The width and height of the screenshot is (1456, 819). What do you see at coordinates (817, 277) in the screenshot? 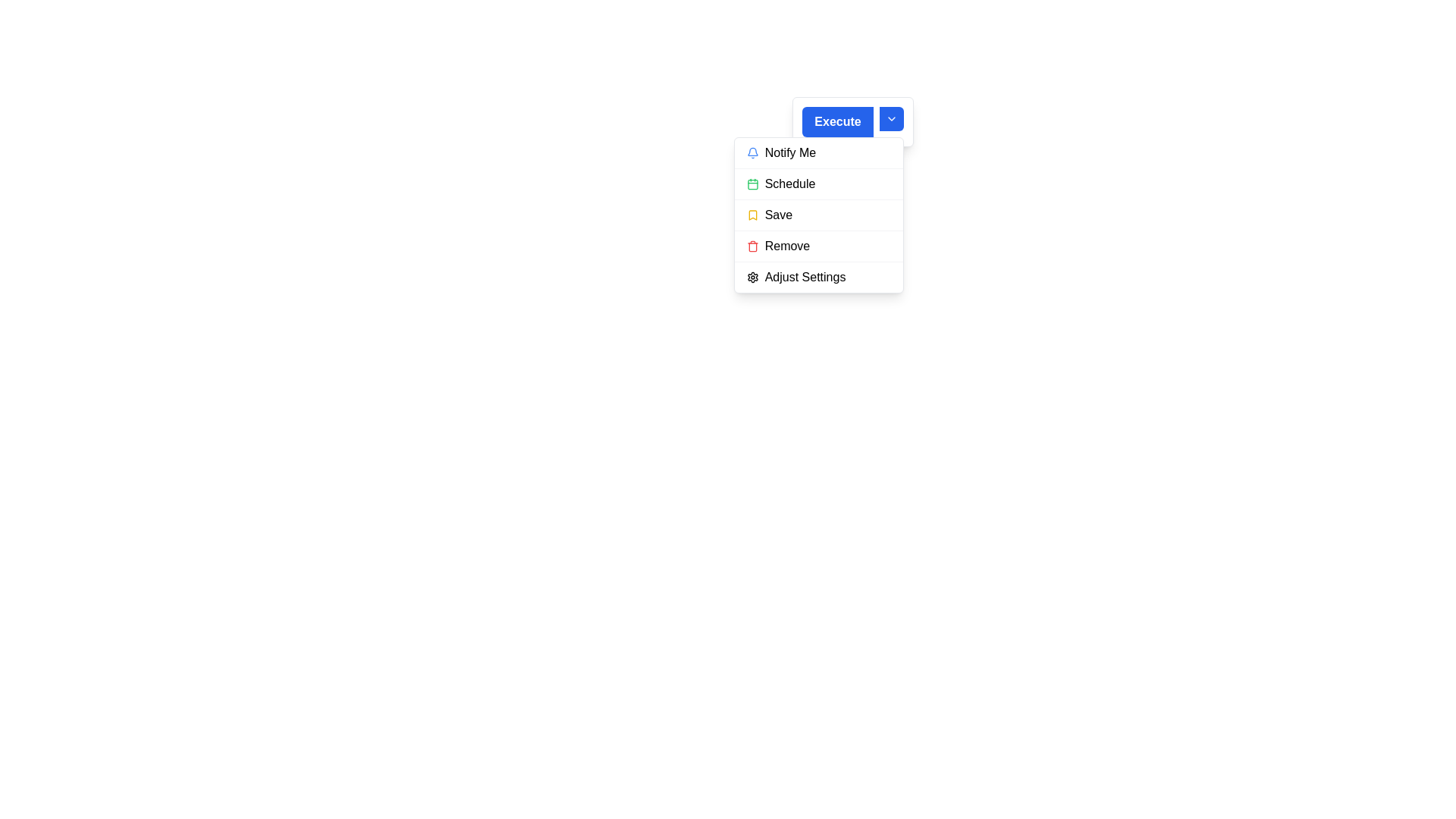
I see `the 'Adjust Settings' menu item in the dropdown, which is the fifth item and features a gear icon with black text on a white background` at bounding box center [817, 277].